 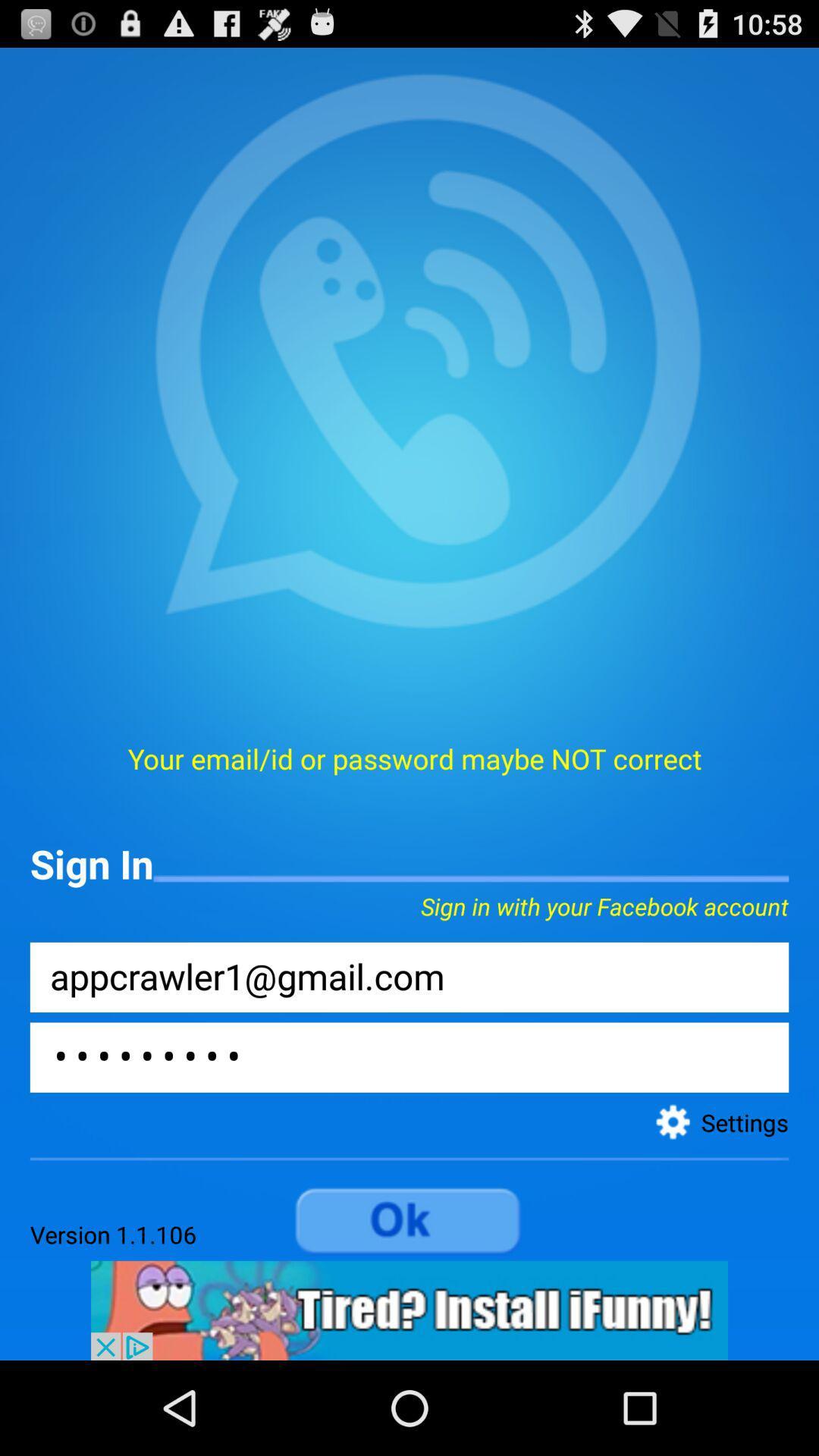 What do you see at coordinates (409, 1310) in the screenshot?
I see `advertisement` at bounding box center [409, 1310].